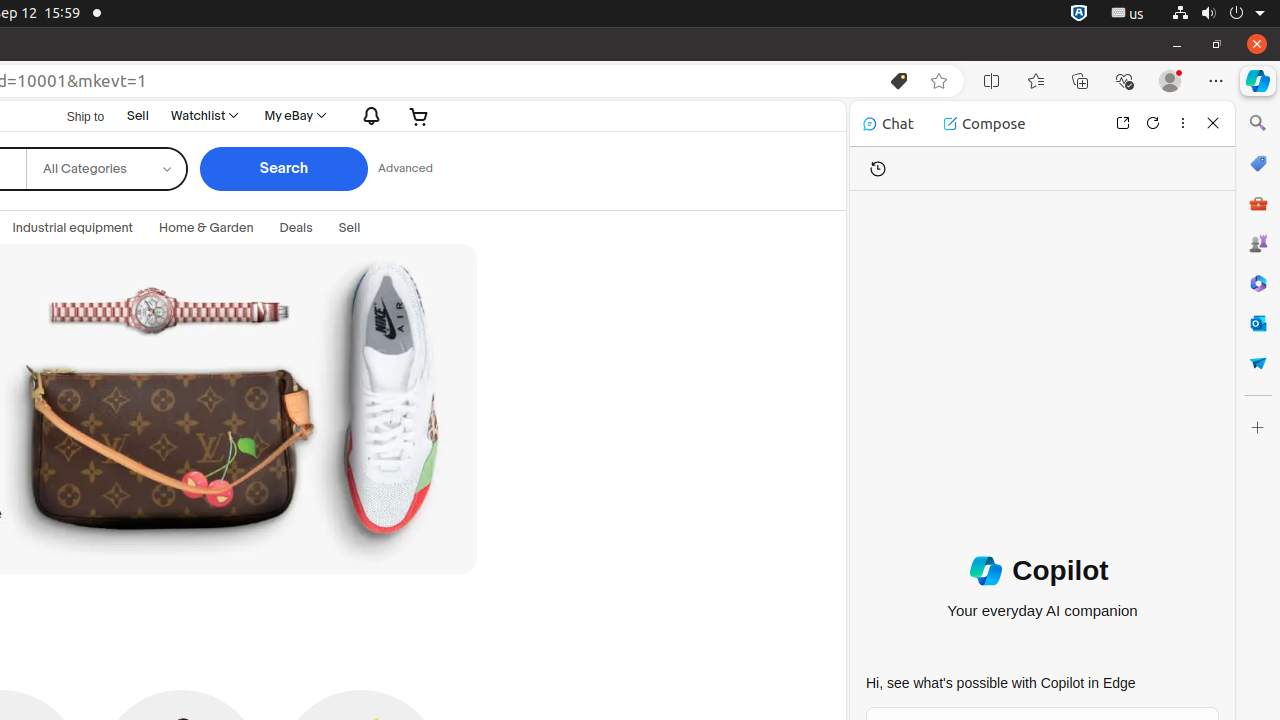  I want to click on 'Advanced Search', so click(403, 167).